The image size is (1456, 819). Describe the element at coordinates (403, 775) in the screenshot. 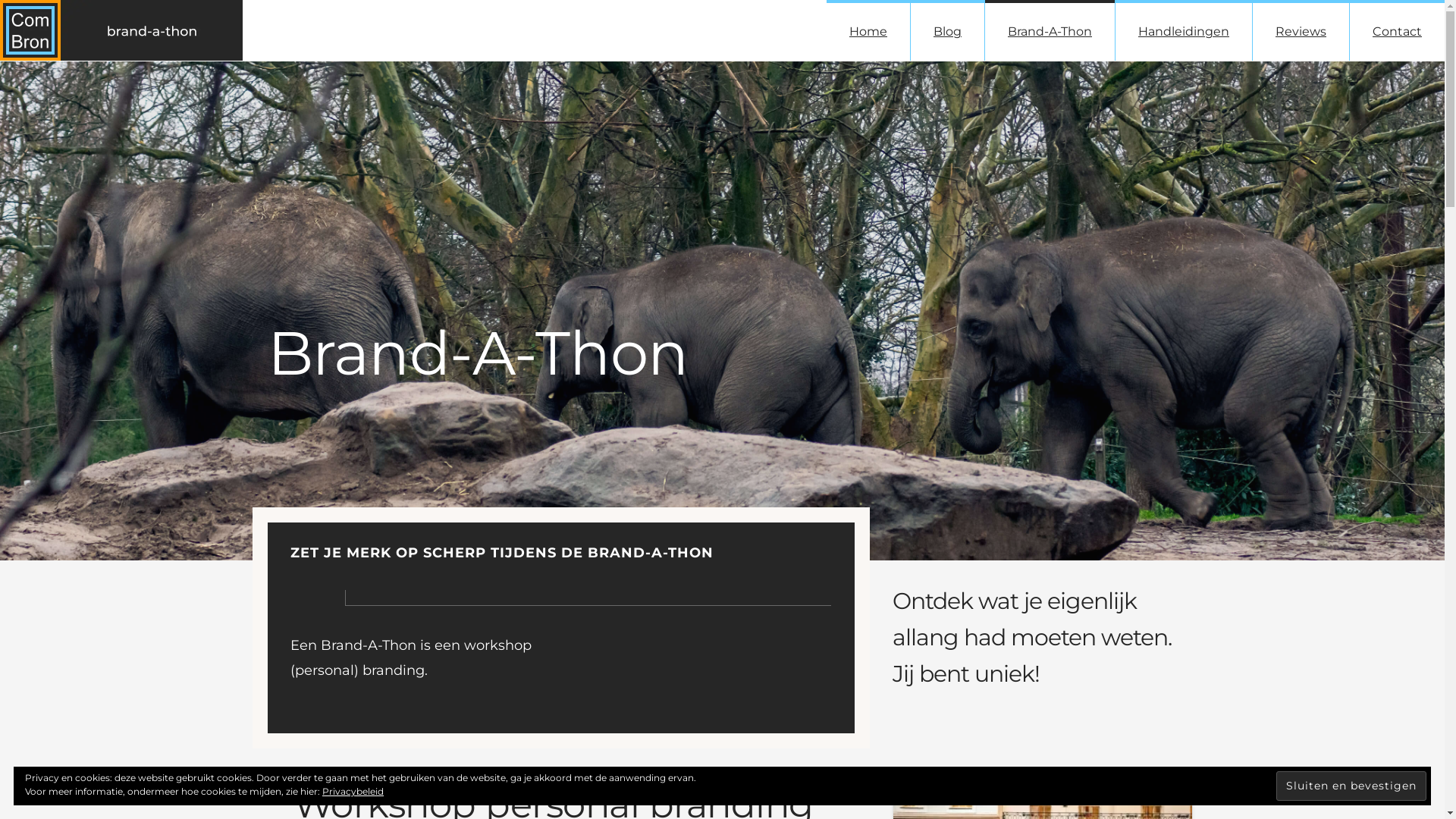

I see `'COLOFON'` at that location.